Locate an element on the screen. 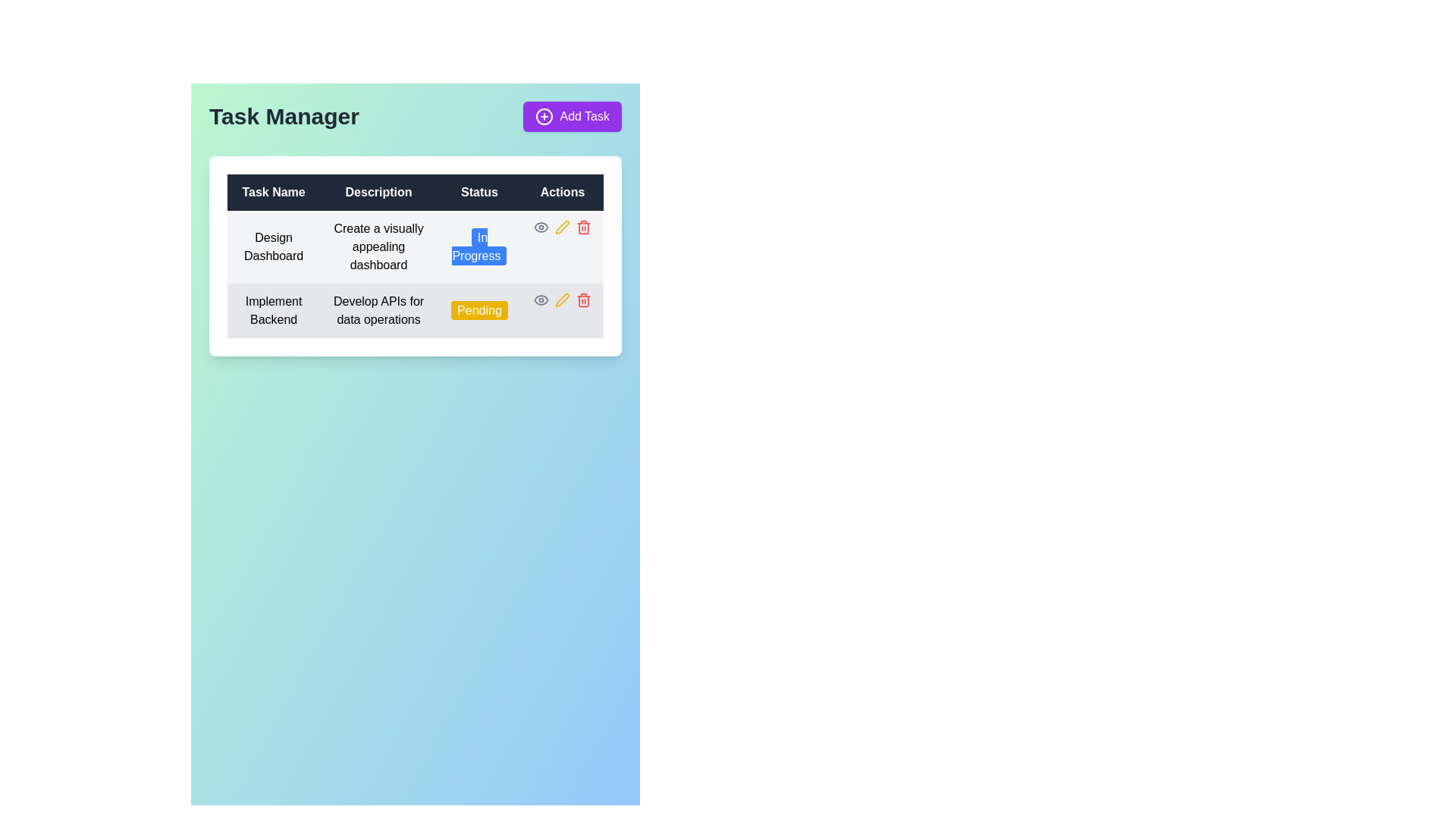 Image resolution: width=1456 pixels, height=819 pixels. the status of the status badge with the text 'In Progress', which is styled with a blue background and white text, located in the third column of the first row of the table under the 'Task Manager' header is located at coordinates (479, 246).